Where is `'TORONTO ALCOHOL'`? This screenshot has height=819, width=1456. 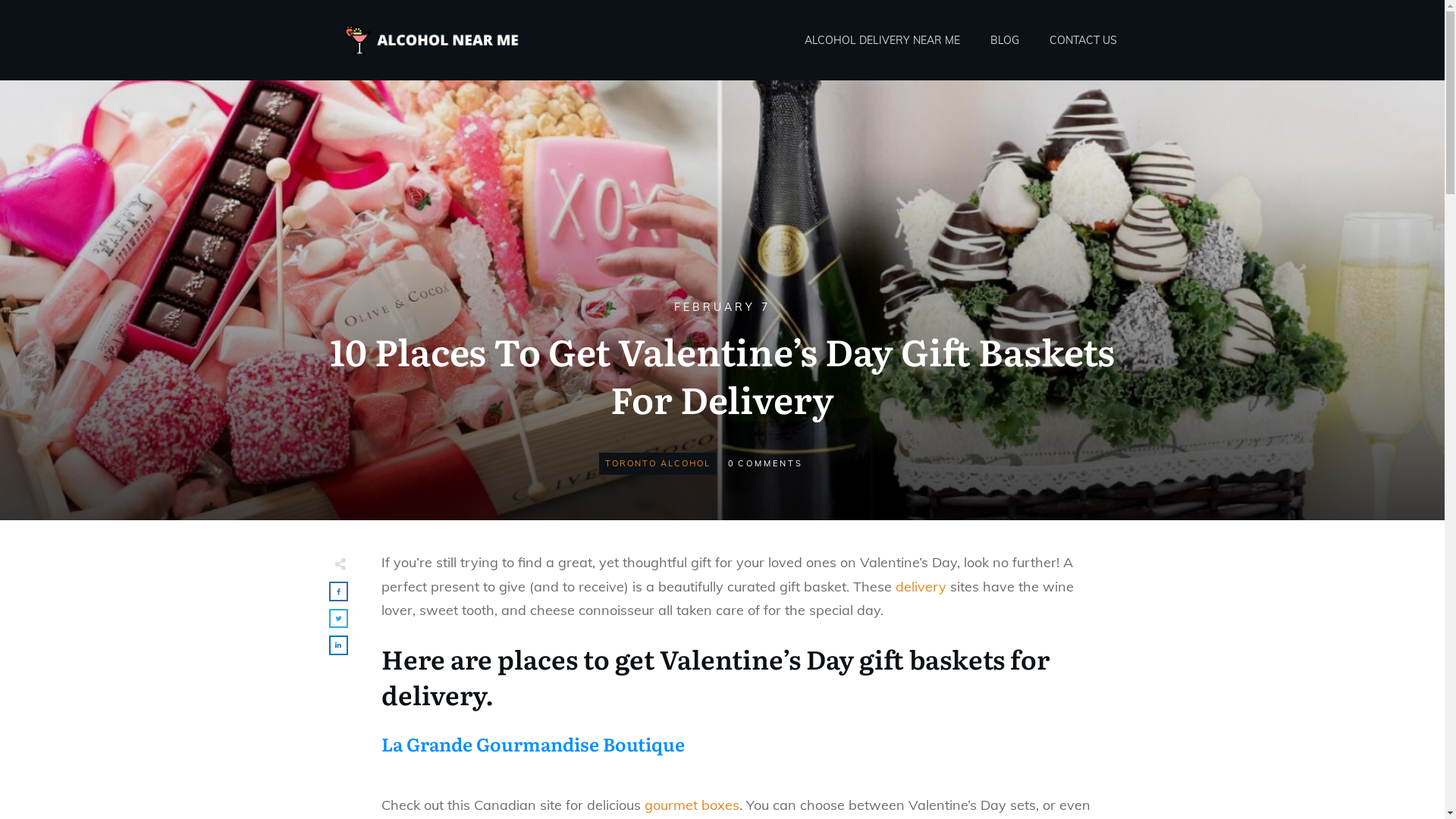 'TORONTO ALCOHOL' is located at coordinates (657, 462).